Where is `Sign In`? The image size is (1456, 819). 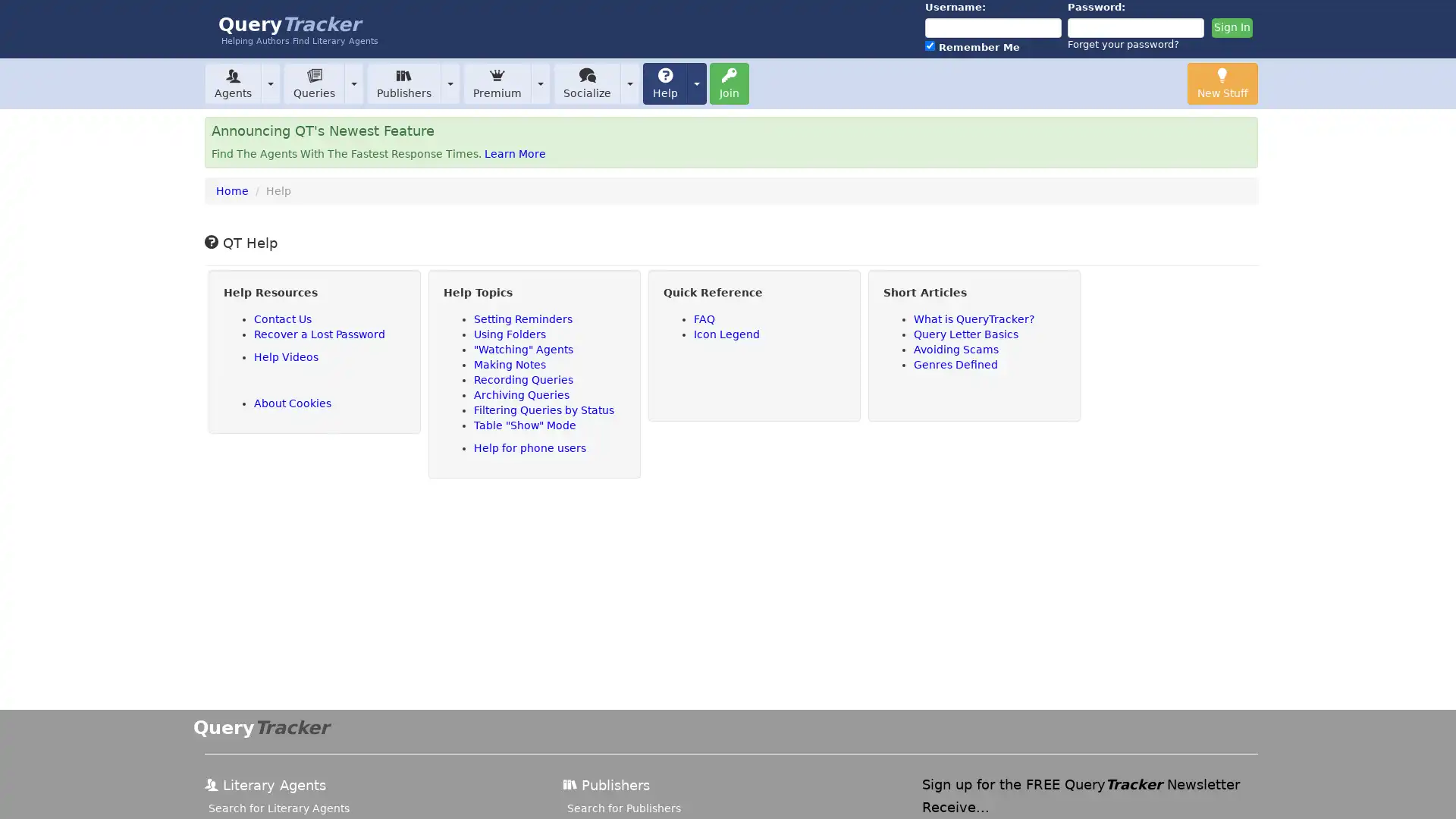
Sign In is located at coordinates (1231, 28).